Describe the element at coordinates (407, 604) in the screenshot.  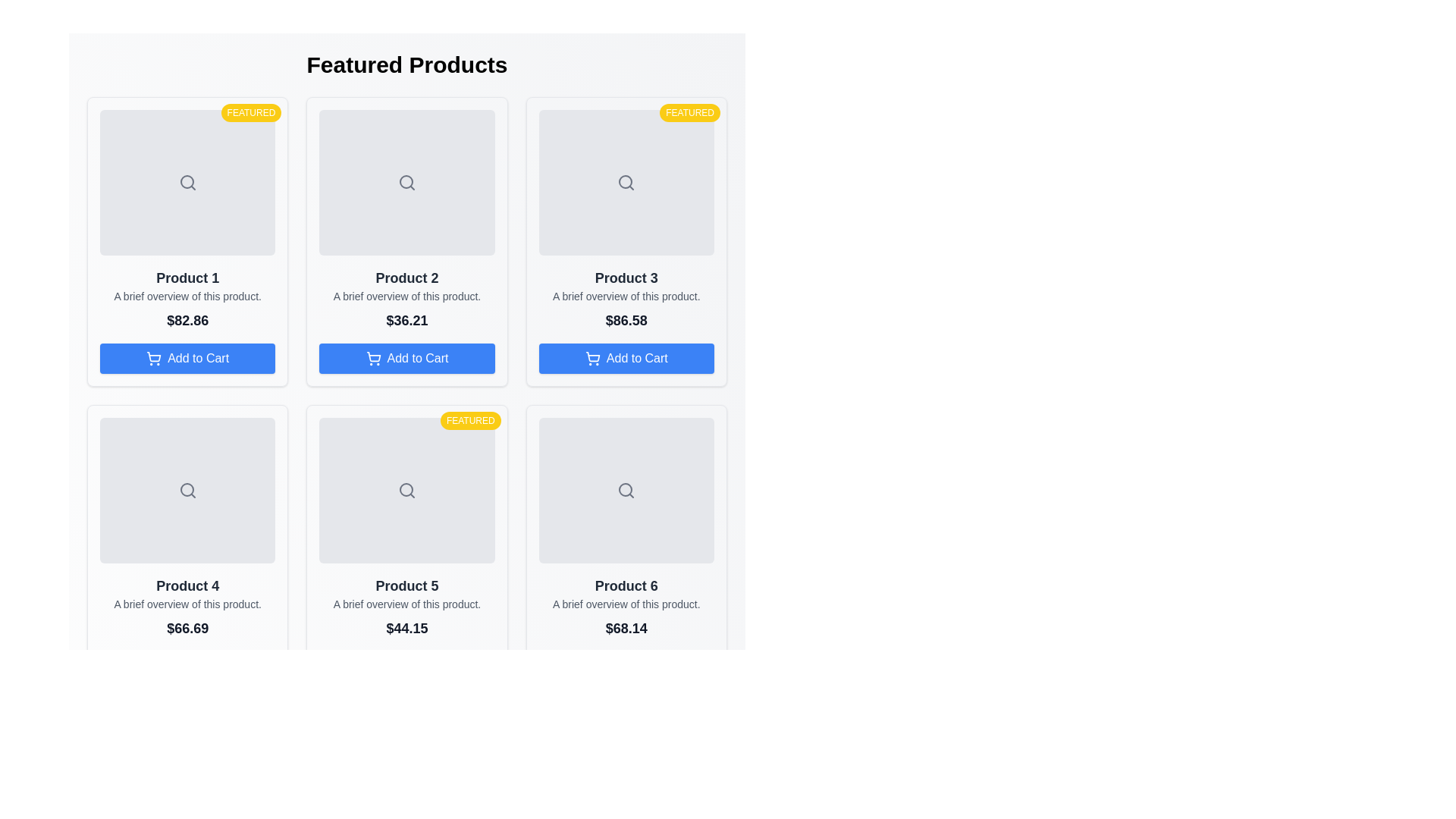
I see `the text label stating 'A brief overview of this product.' which is located below the title 'Product 5' in the product card` at that location.